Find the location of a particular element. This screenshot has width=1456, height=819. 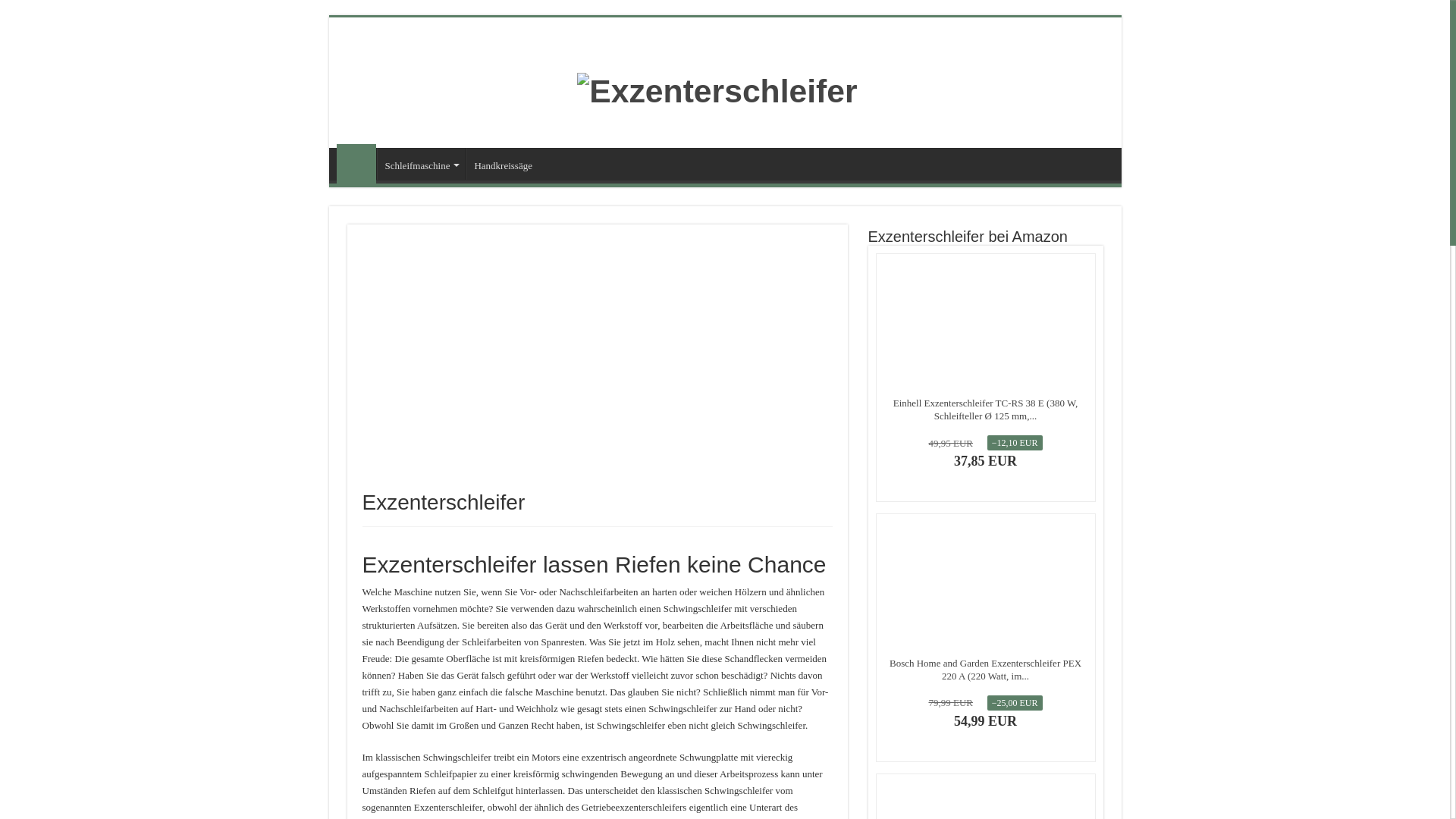

'Bewertungen auf Amazon' is located at coordinates (986, 642).